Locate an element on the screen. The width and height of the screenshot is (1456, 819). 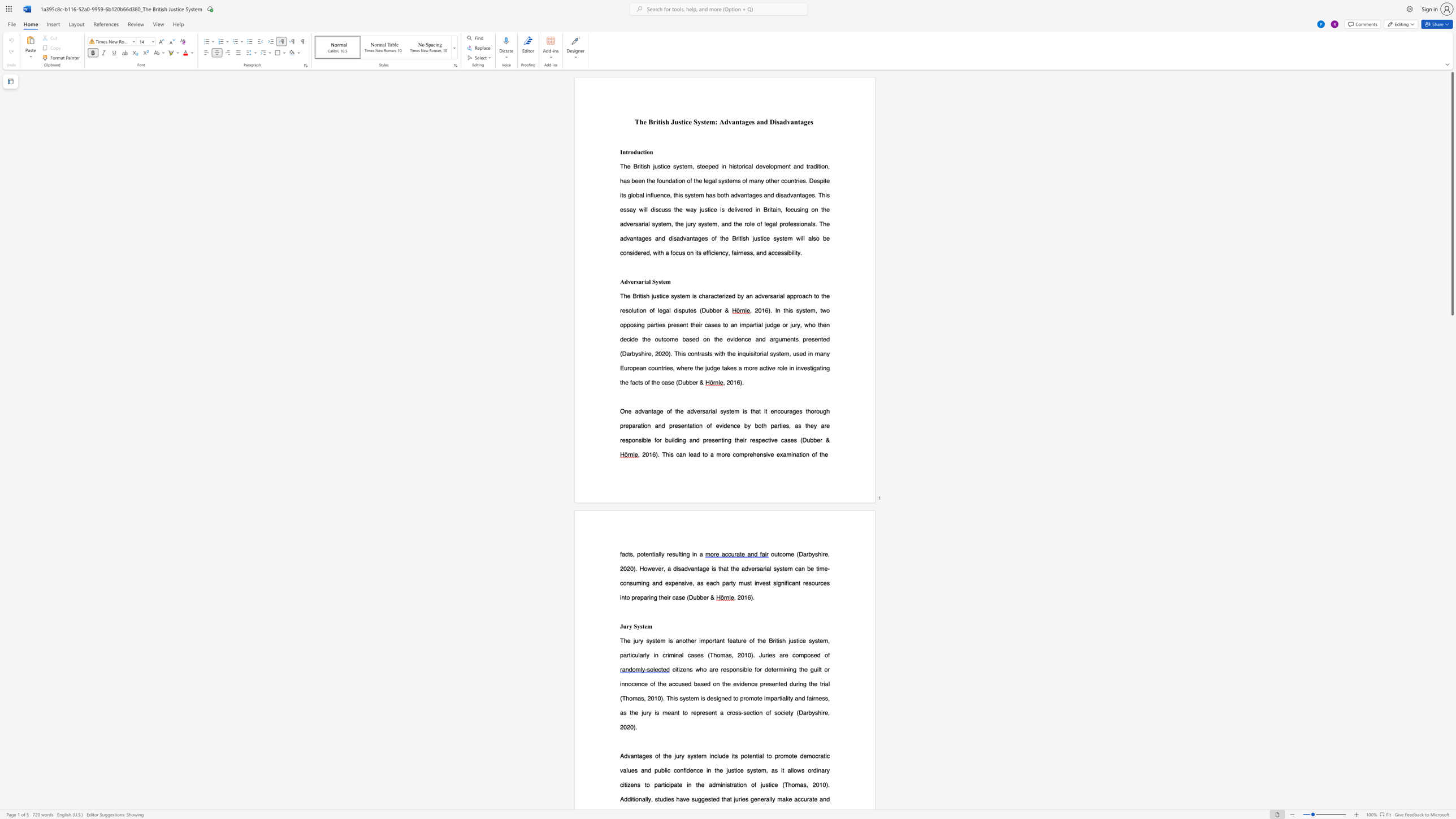
the subset text "onsible" within the text "are responsible for" is located at coordinates (632, 439).